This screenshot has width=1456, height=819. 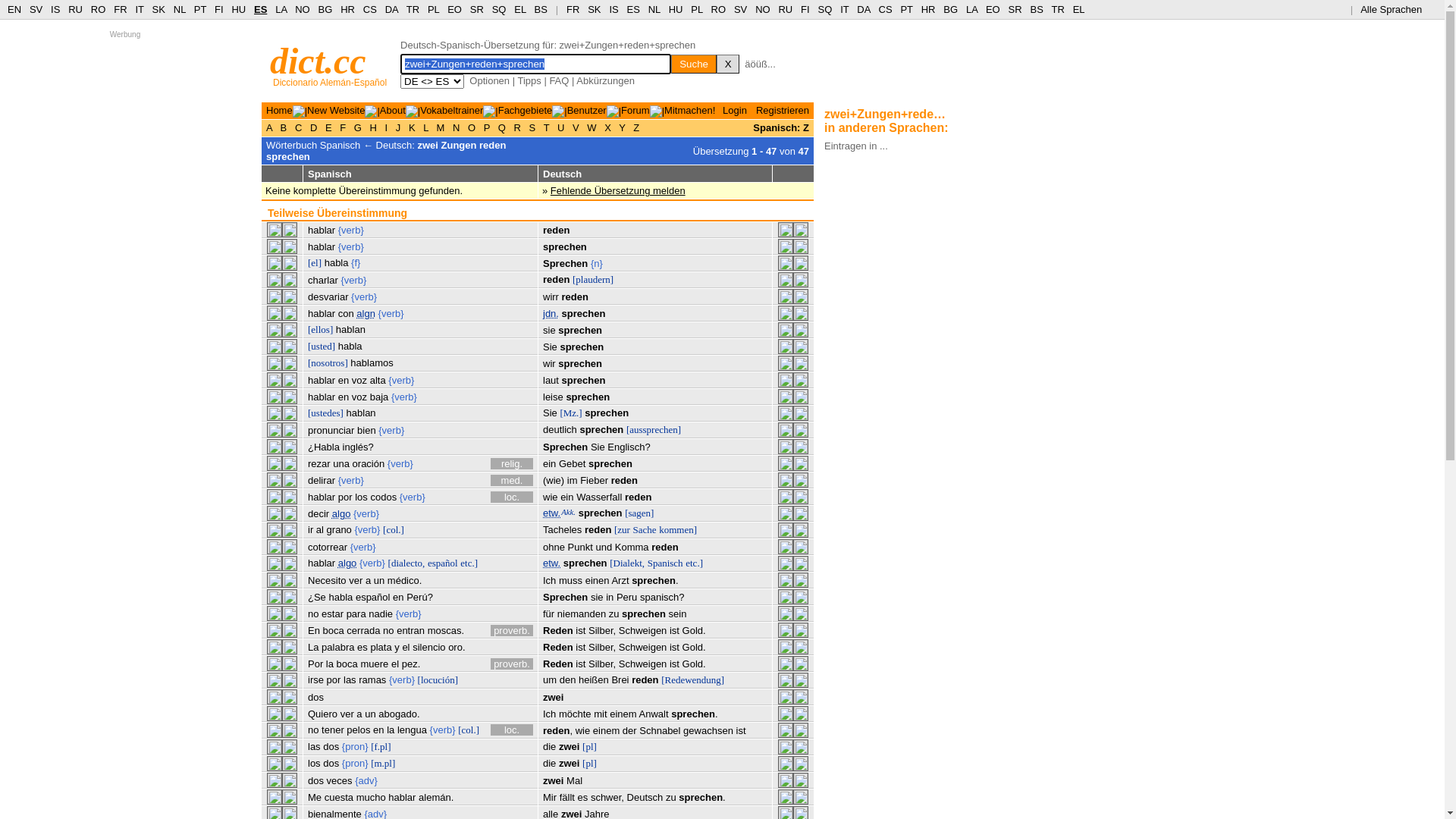 I want to click on '[m.pl]', so click(x=382, y=763).